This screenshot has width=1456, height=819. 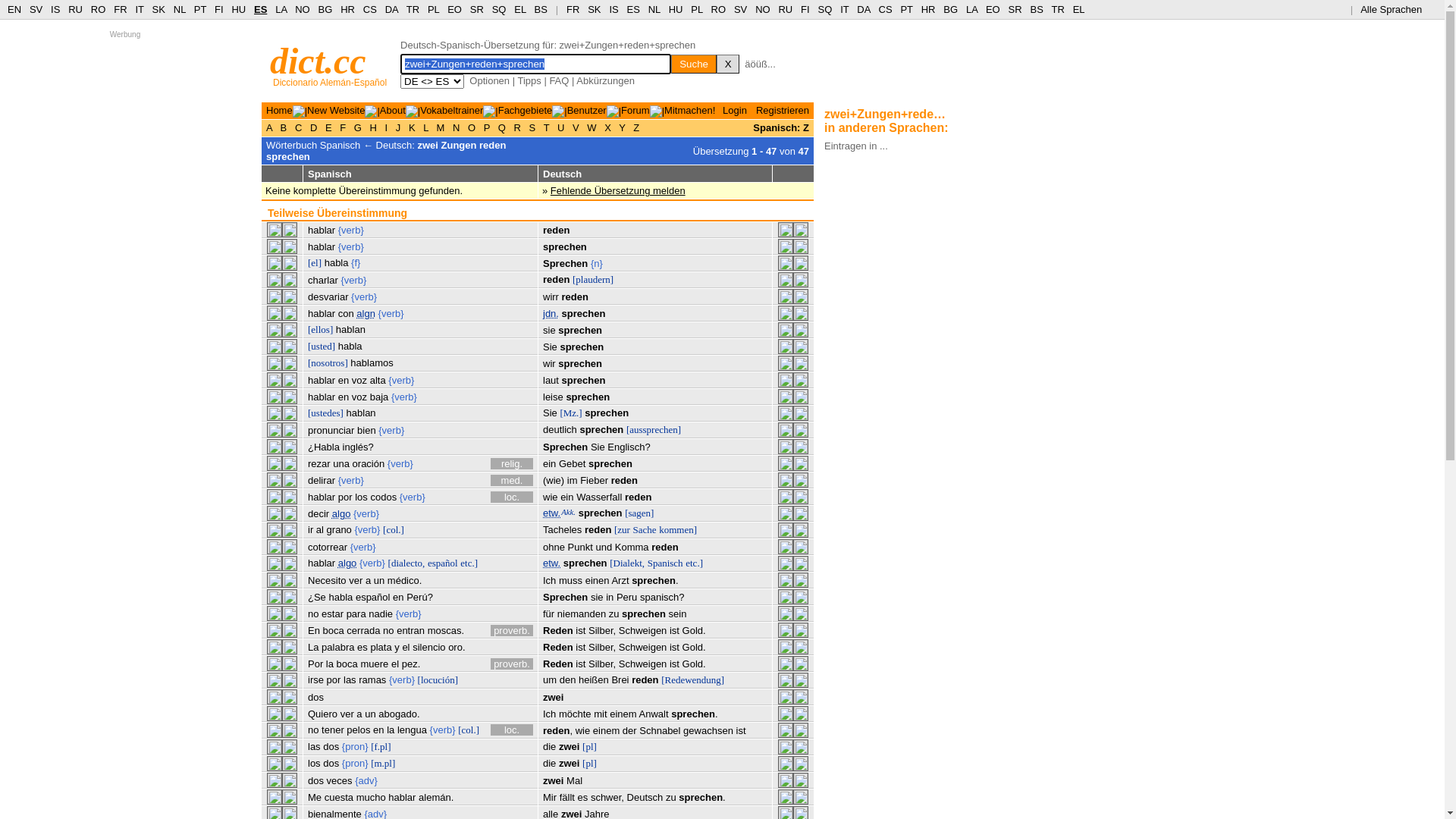 I want to click on '[m.pl]', so click(x=382, y=763).